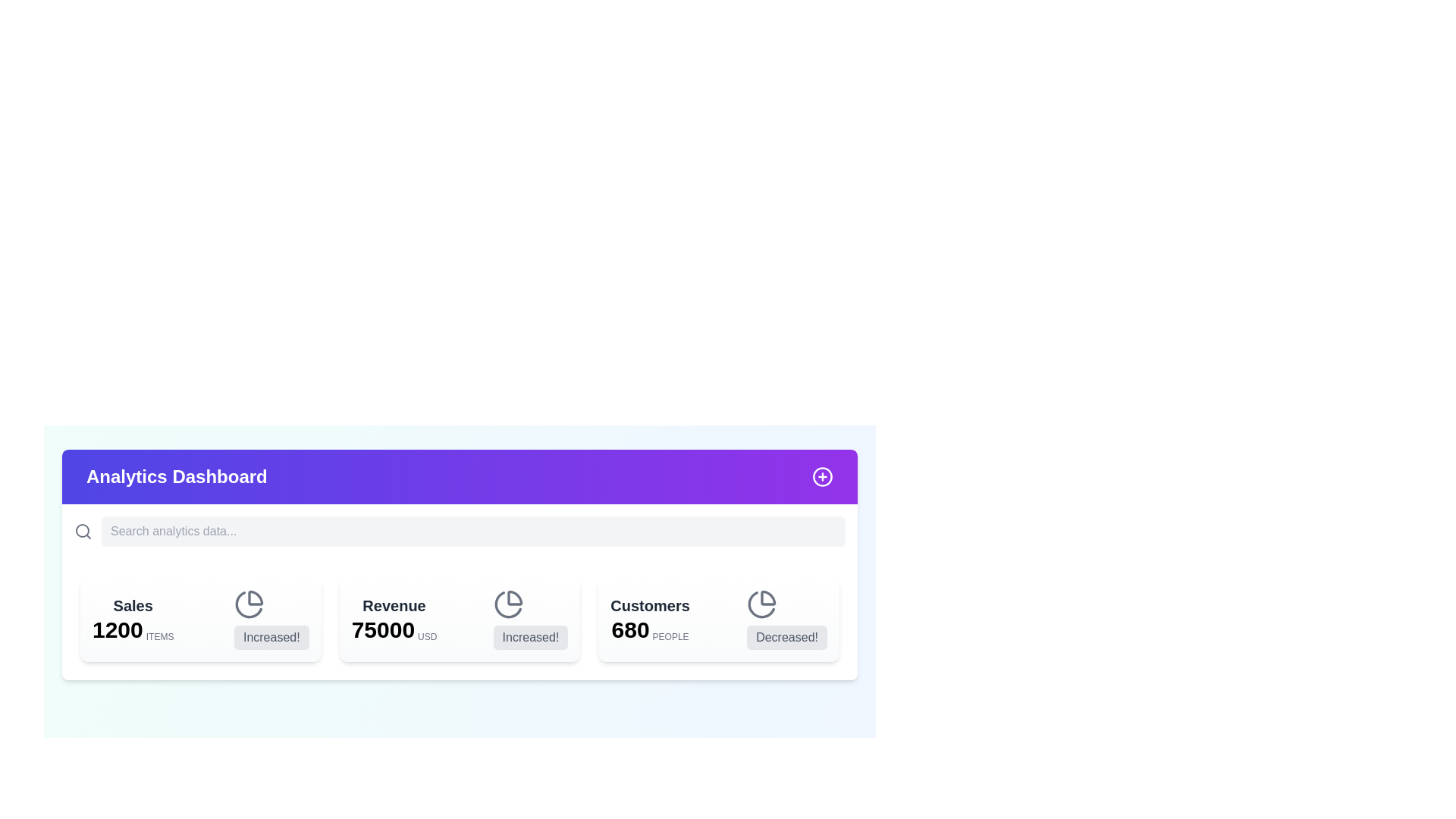  What do you see at coordinates (117, 629) in the screenshot?
I see `the sales count text element located below the 'Sales' label and to the left of the 'ITEMS' label in the top-left quadrant of the dashboard` at bounding box center [117, 629].